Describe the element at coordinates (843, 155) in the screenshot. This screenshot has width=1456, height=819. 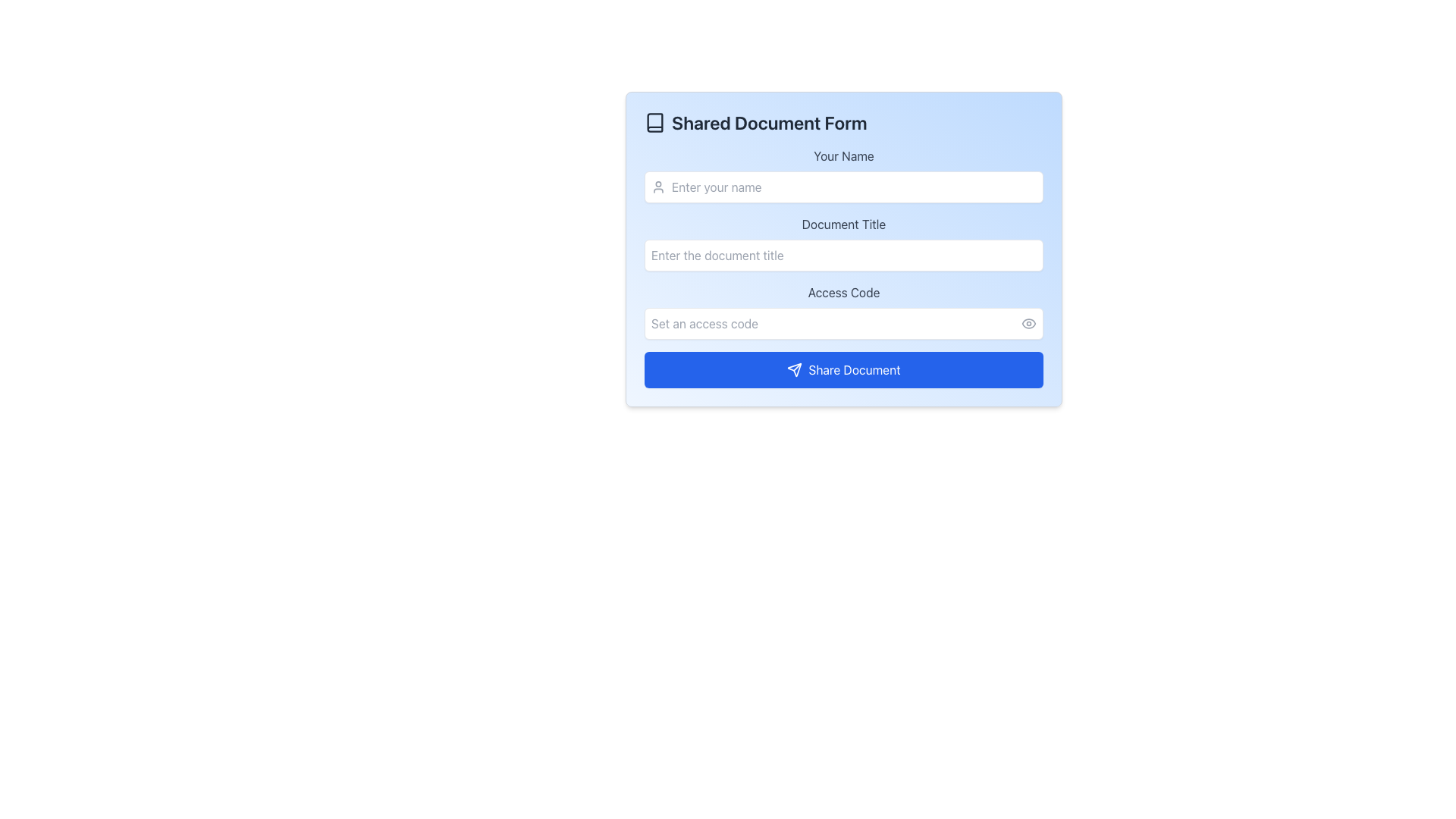
I see `the 'Your Name' label element, which is displayed in gray color and is located at the top of a form within a blue background section, directly above an input field` at that location.